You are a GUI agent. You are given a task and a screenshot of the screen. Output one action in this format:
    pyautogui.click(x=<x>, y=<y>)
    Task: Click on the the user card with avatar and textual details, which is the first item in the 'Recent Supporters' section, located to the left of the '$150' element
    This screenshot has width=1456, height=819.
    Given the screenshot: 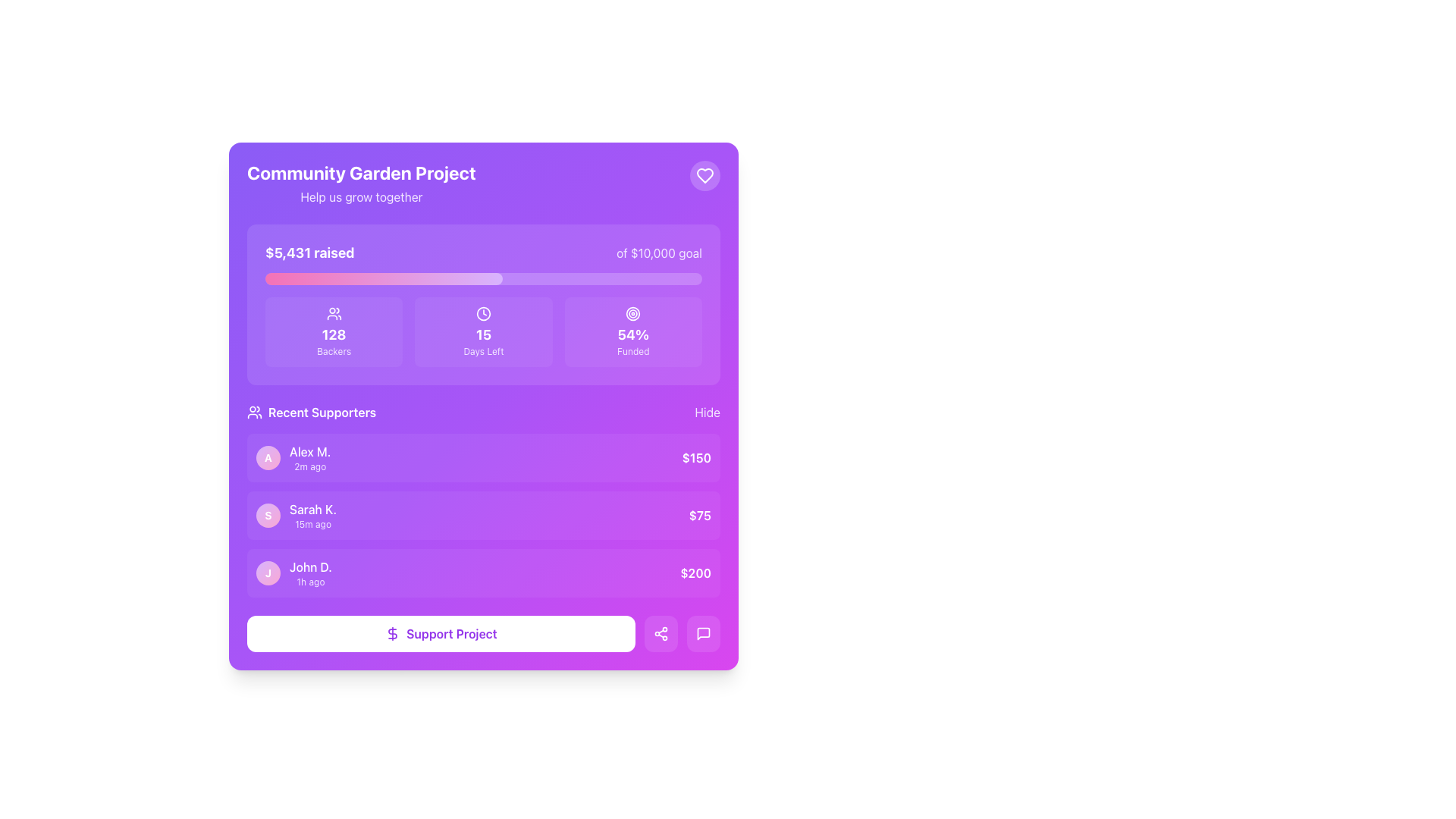 What is the action you would take?
    pyautogui.click(x=293, y=457)
    